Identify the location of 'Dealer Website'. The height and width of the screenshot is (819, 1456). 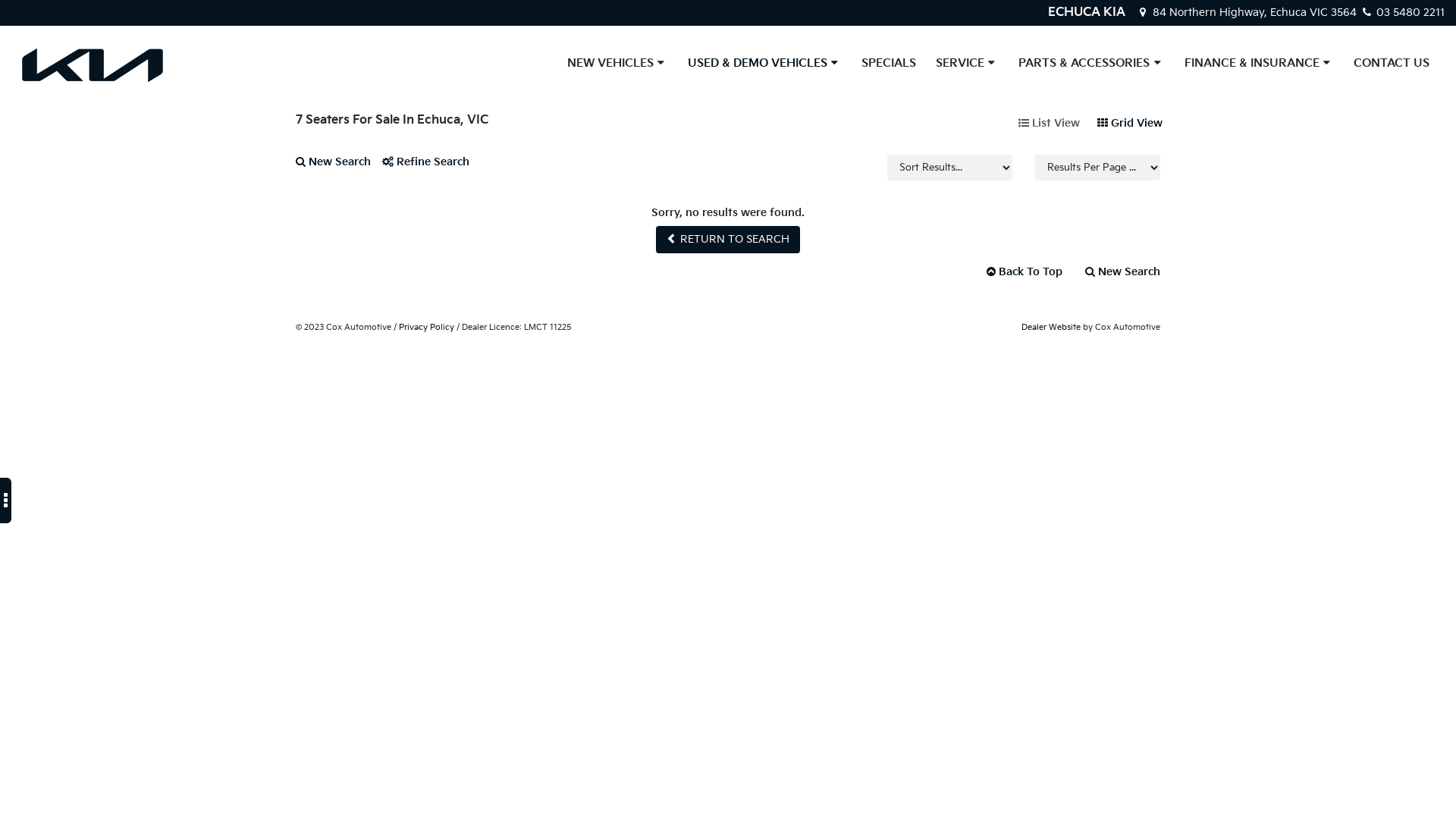
(1021, 326).